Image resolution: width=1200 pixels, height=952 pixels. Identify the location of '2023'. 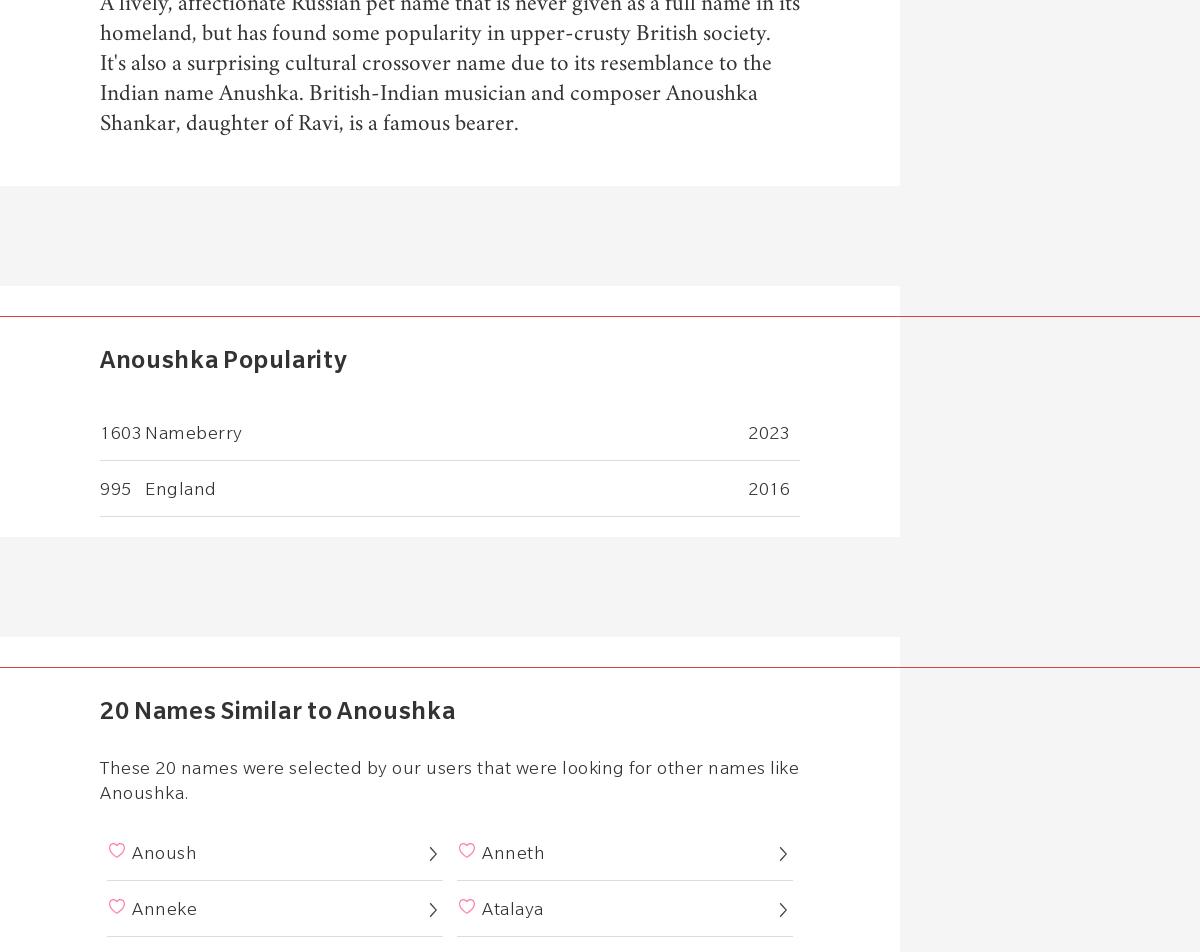
(767, 431).